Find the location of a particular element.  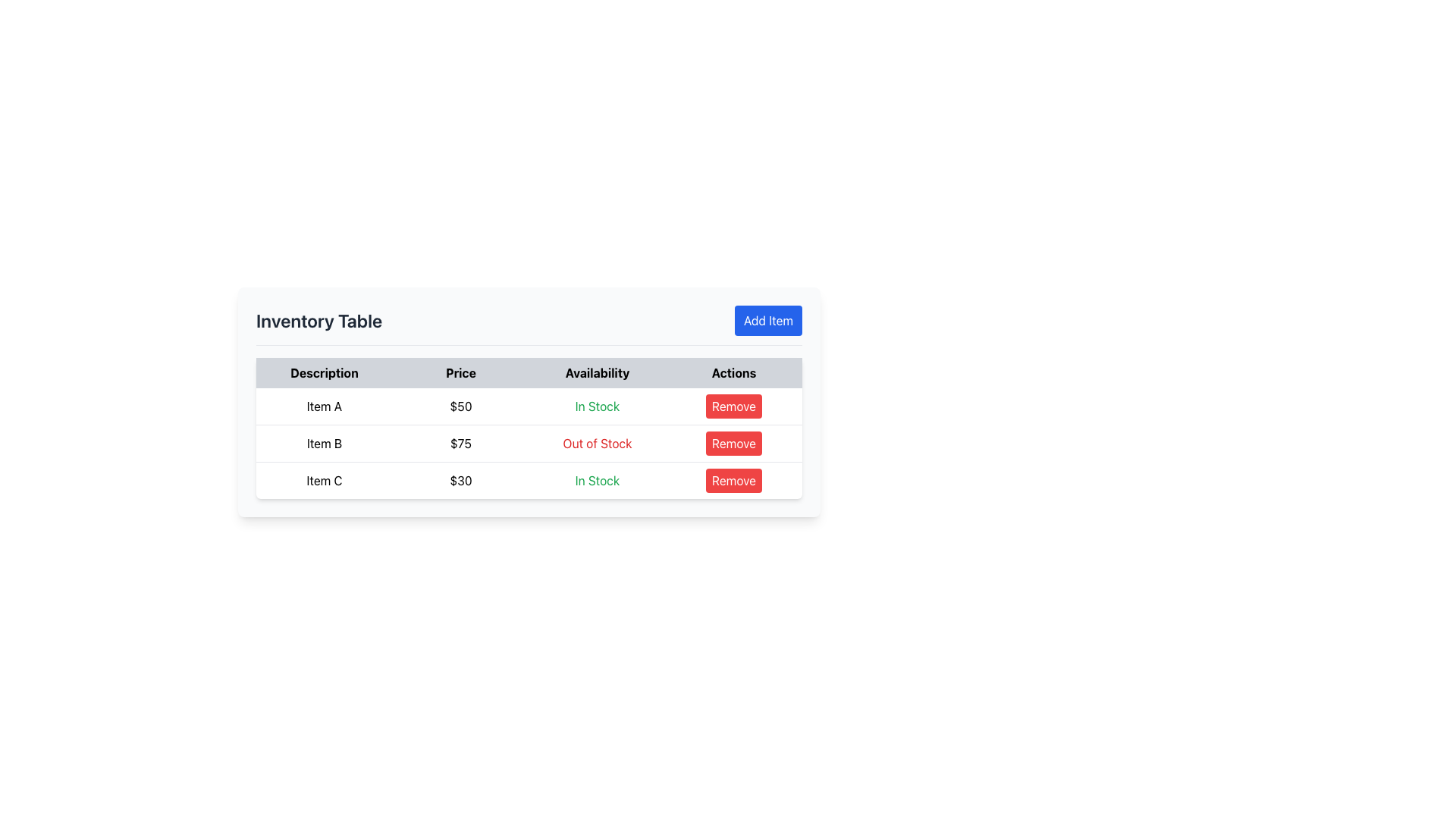

text from the second header in the table, which indicates pricing information and is positioned between 'Description' and 'Availability' is located at coordinates (460, 373).